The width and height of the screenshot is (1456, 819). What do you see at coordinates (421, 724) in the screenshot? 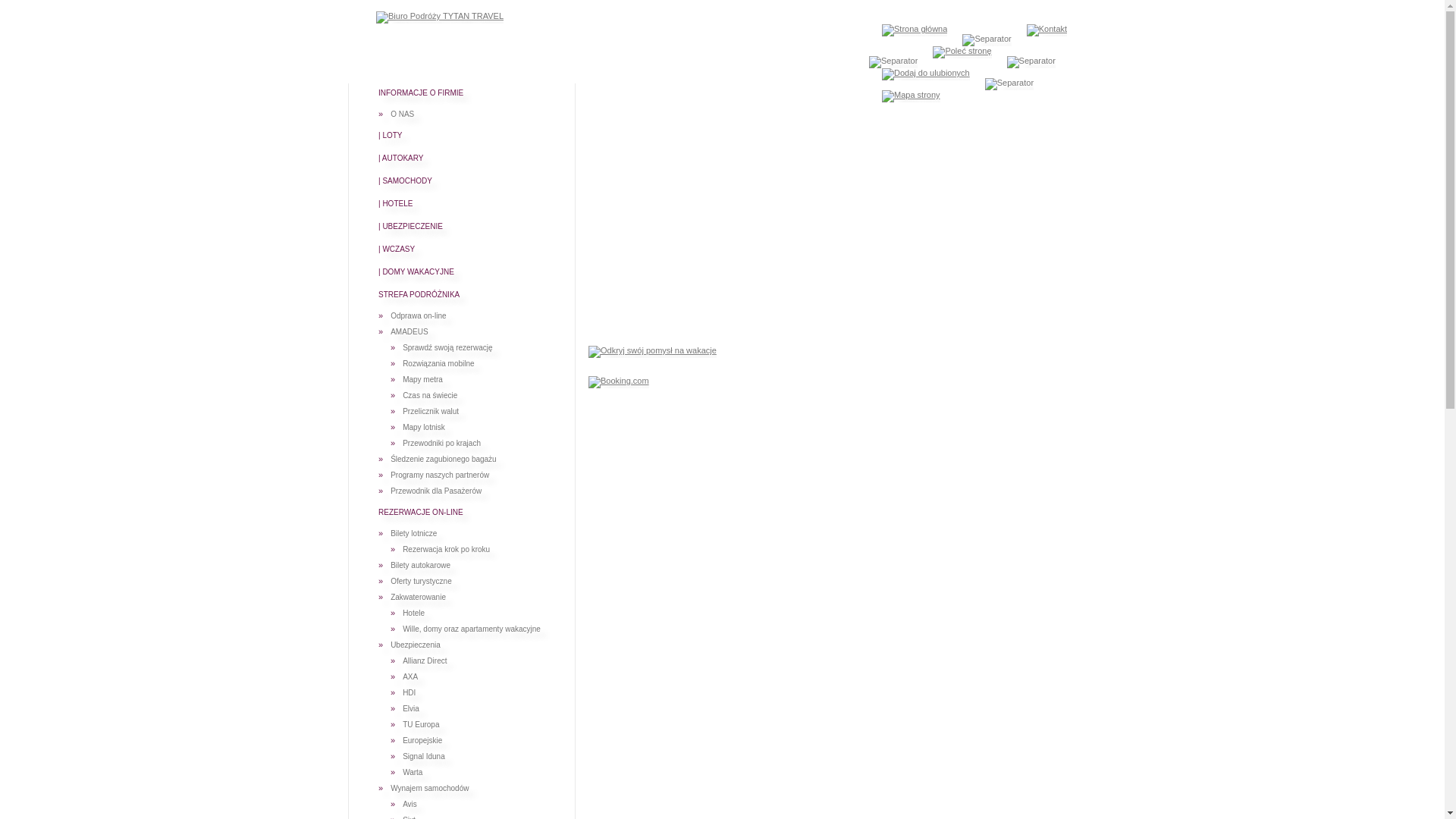
I see `'TU Europa'` at bounding box center [421, 724].